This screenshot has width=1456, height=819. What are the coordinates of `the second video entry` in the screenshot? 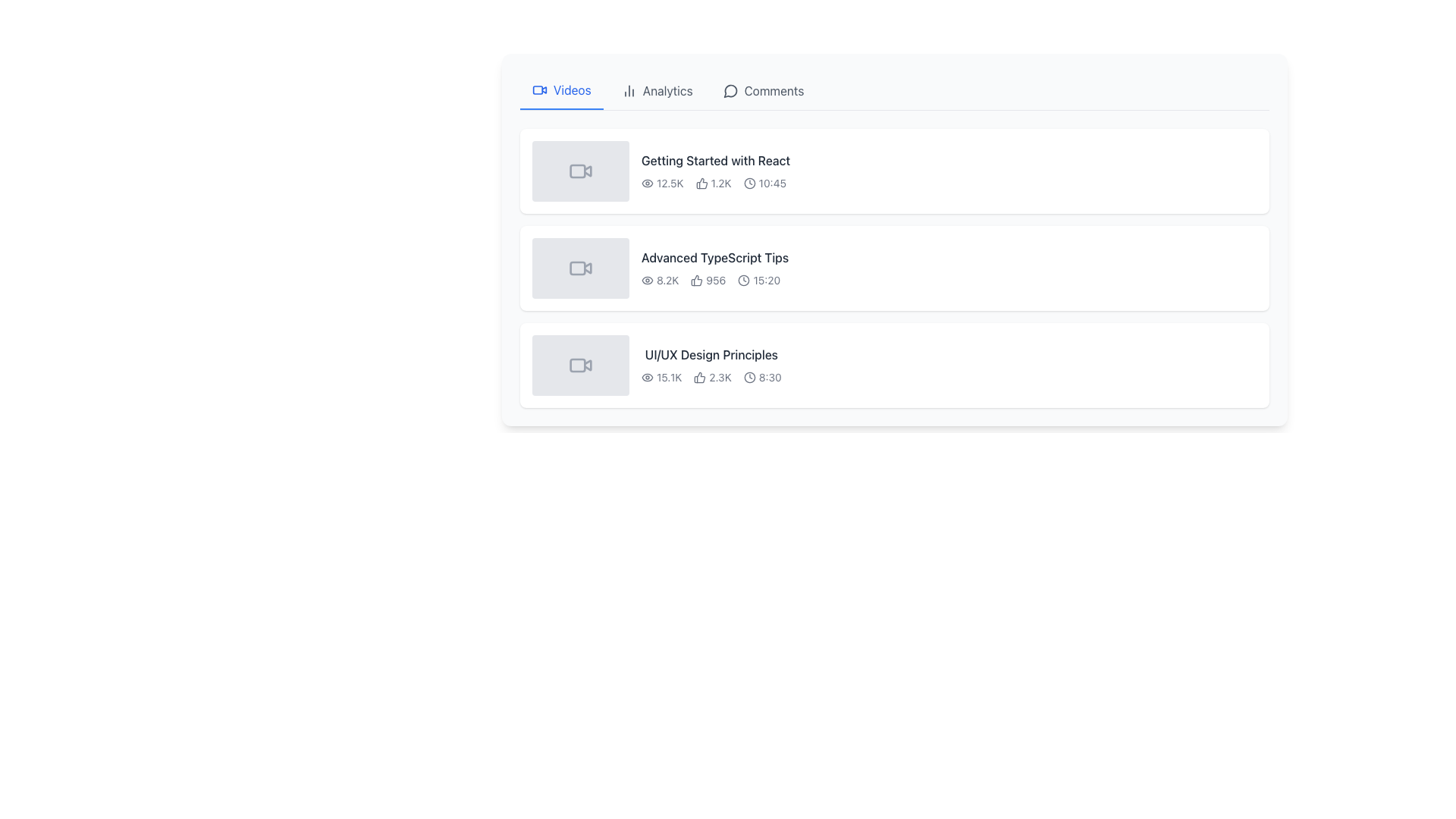 It's located at (661, 268).